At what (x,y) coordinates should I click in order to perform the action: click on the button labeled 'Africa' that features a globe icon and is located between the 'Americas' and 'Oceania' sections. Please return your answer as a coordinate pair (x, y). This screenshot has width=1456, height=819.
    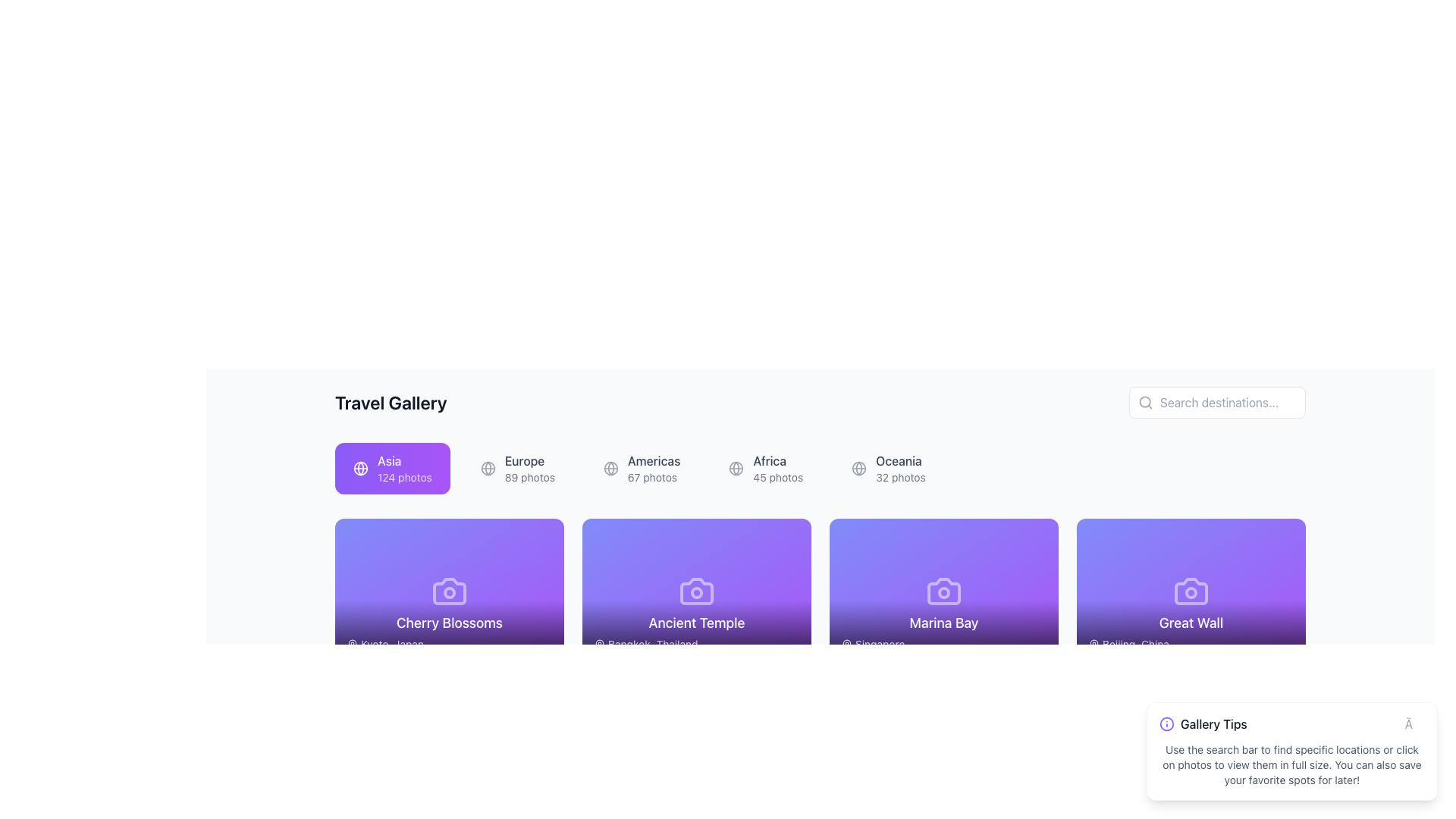
    Looking at the image, I should click on (766, 467).